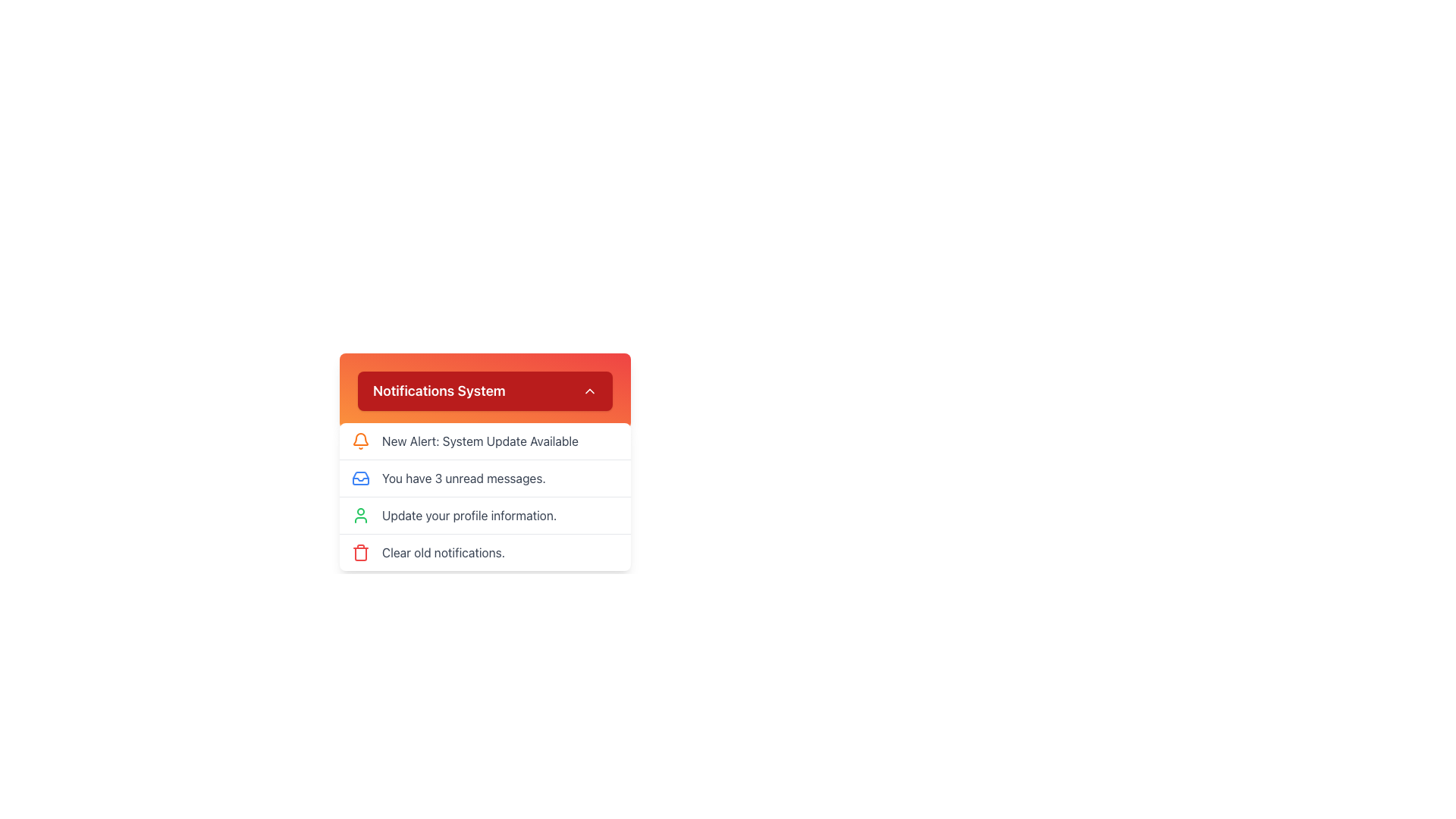 This screenshot has height=819, width=1456. I want to click on the second icon in the notification list under the 'Notifications System' header, which indicates 'You have 3 unread messages', so click(359, 479).